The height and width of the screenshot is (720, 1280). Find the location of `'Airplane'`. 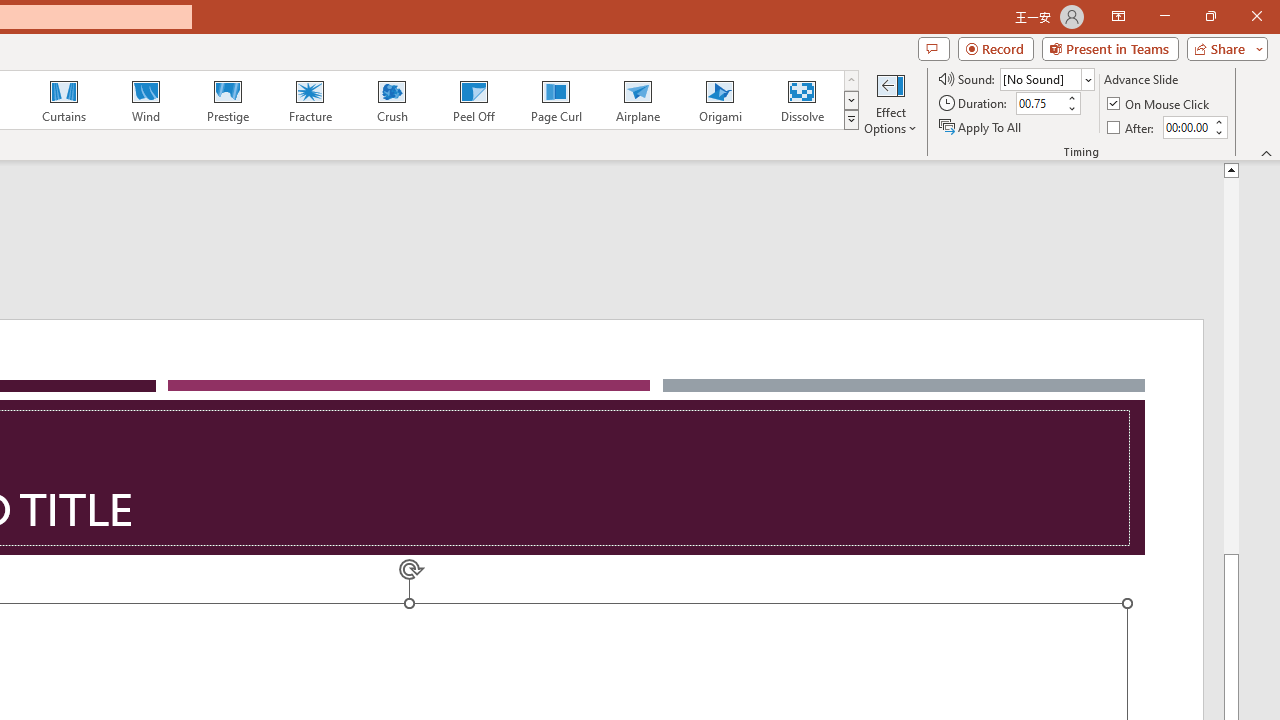

'Airplane' is located at coordinates (636, 100).